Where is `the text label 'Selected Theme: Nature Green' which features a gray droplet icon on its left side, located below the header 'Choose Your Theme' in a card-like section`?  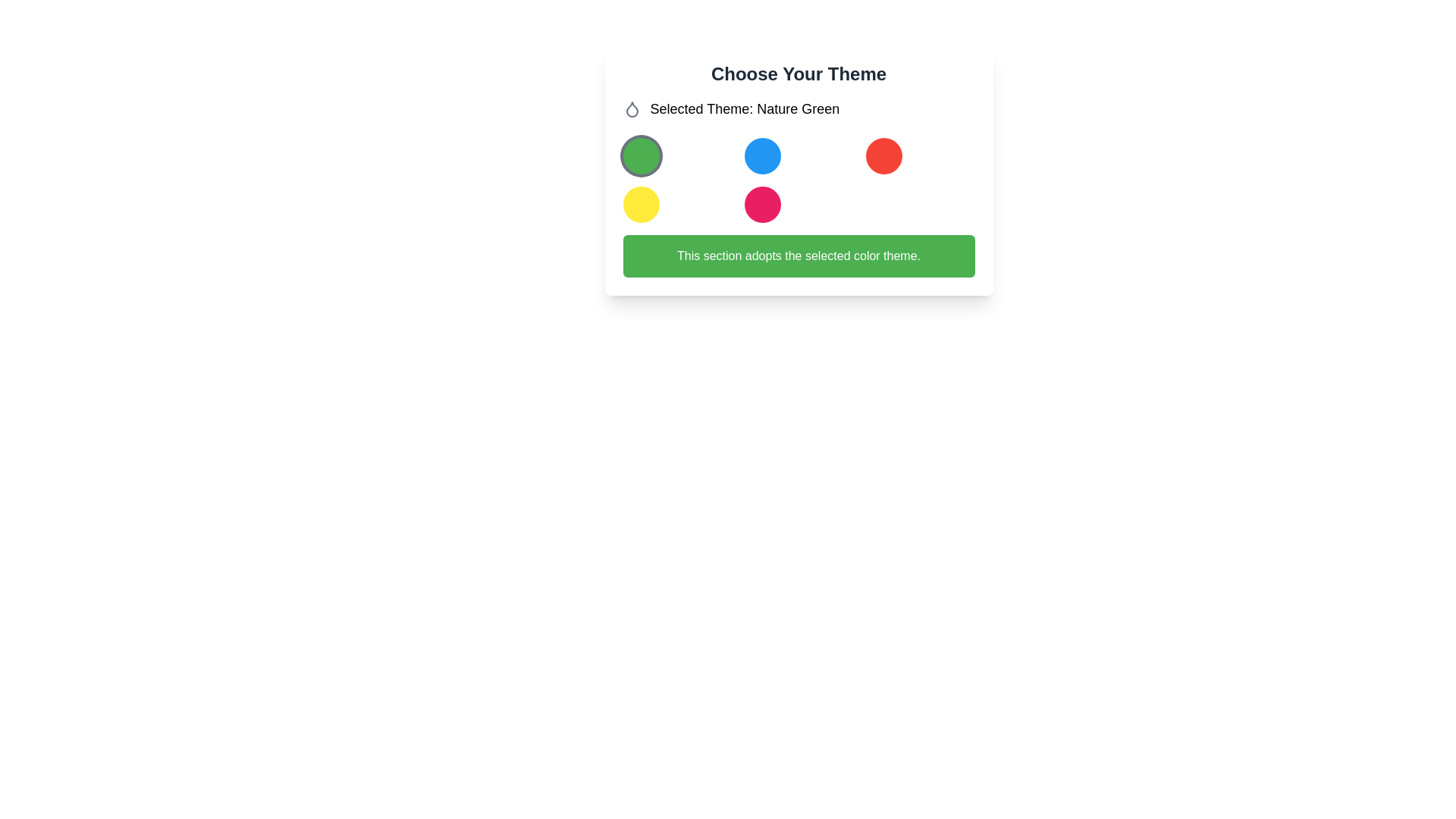
the text label 'Selected Theme: Nature Green' which features a gray droplet icon on its left side, located below the header 'Choose Your Theme' in a card-like section is located at coordinates (798, 108).